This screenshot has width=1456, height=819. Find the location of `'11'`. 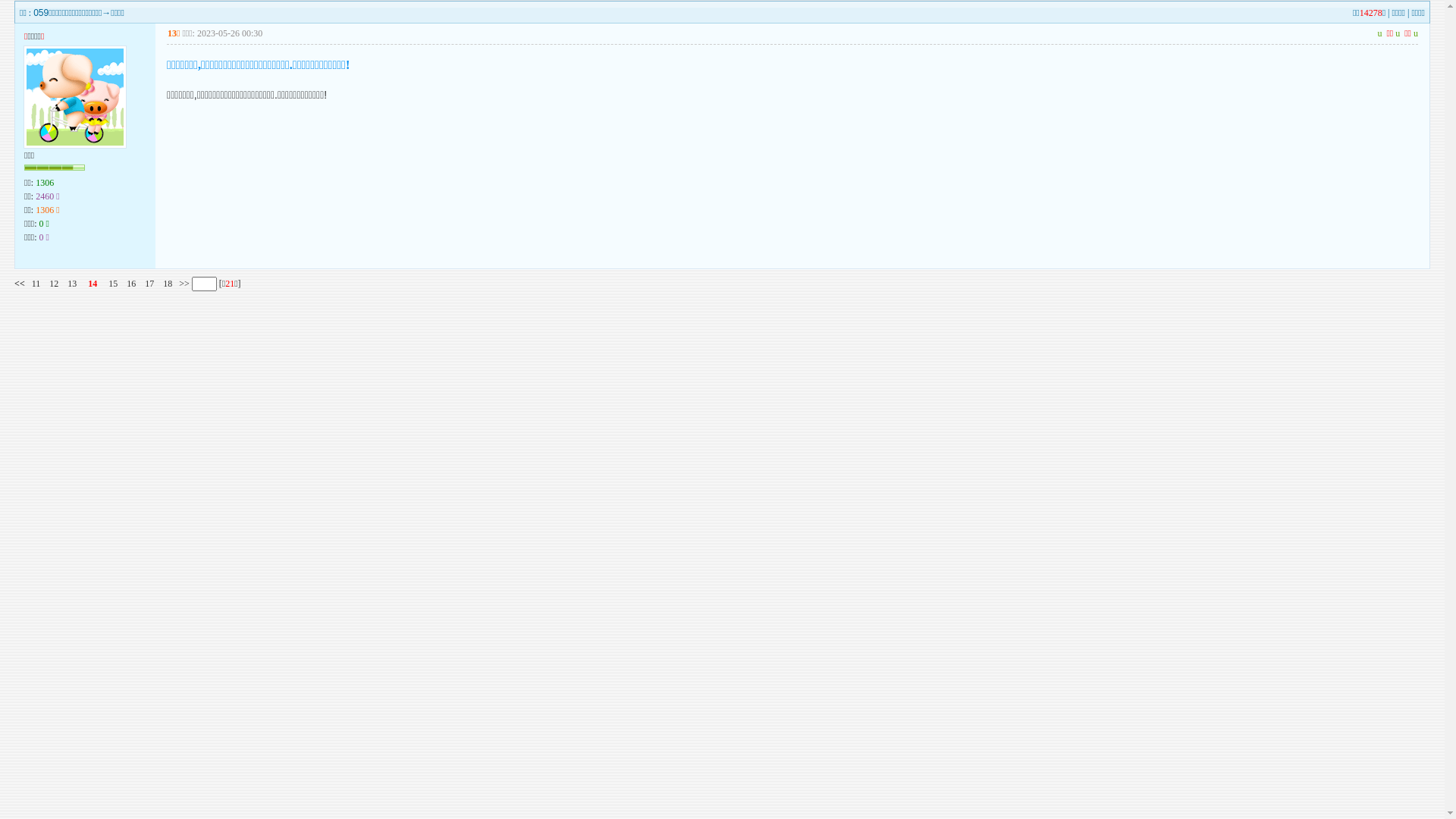

'11' is located at coordinates (36, 284).